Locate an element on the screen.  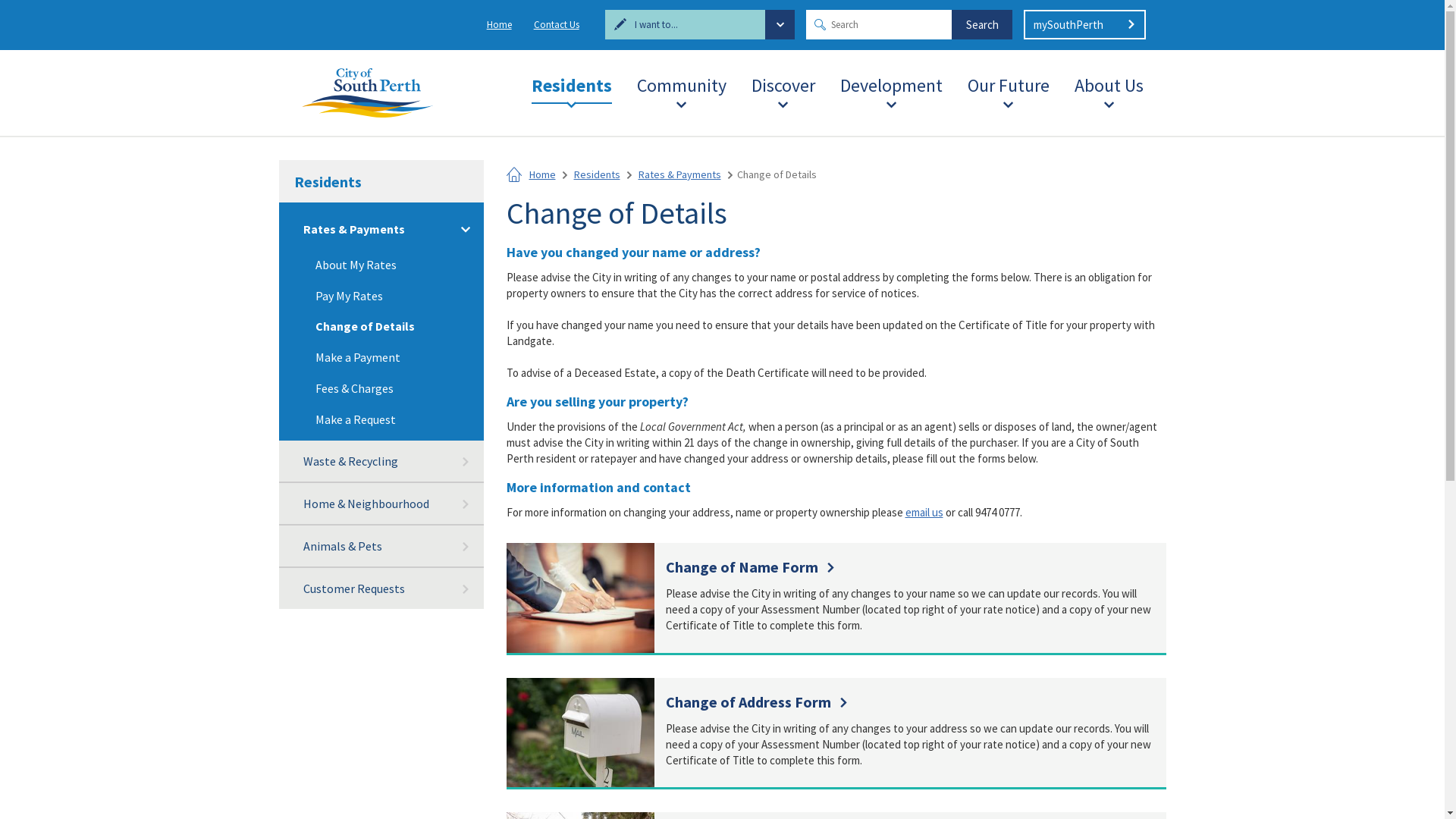
'mySouthPerth' is located at coordinates (1084, 24).